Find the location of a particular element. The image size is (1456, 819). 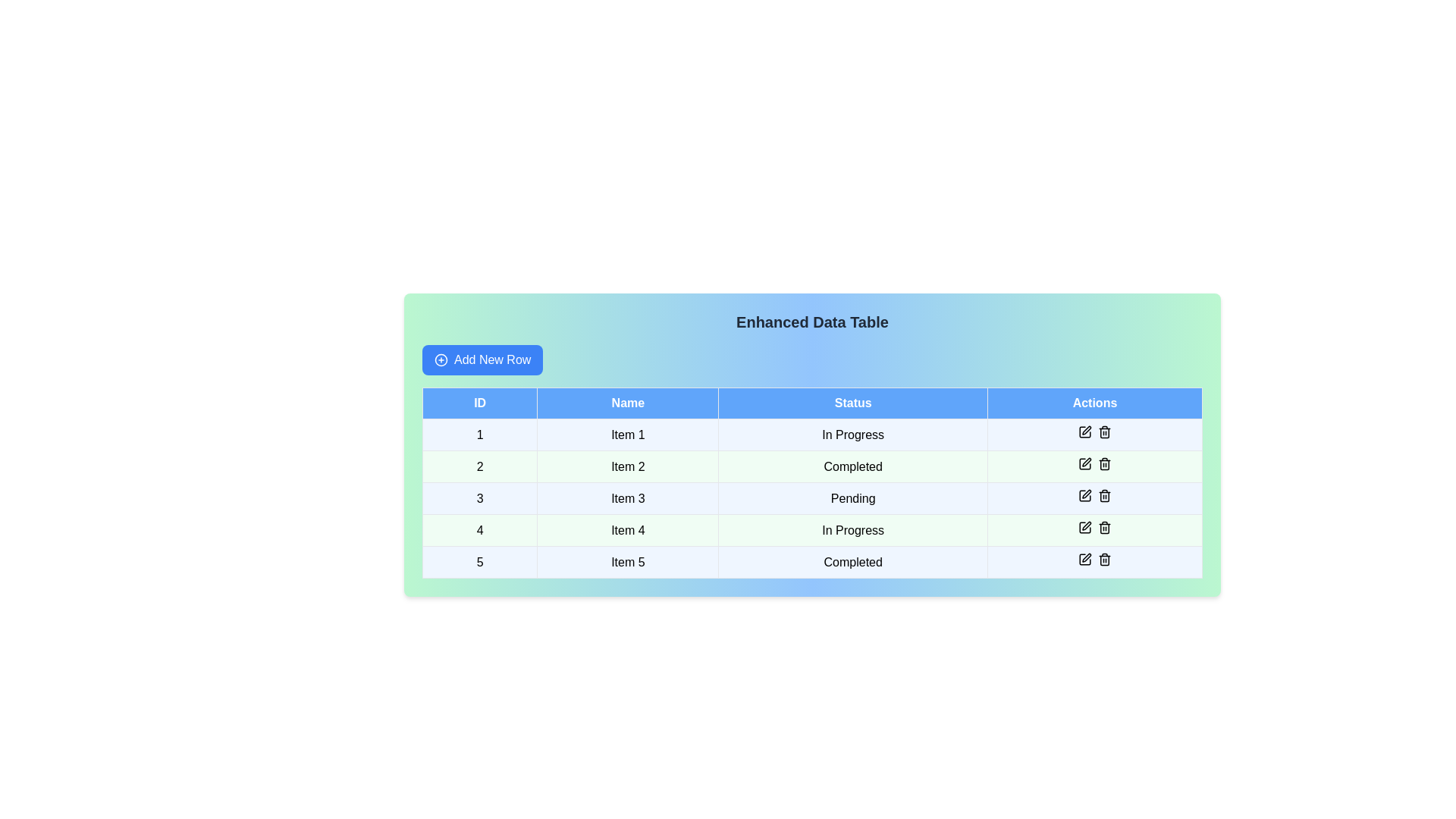

the table cell displaying 'Item 3' in the third column of the third row is located at coordinates (628, 498).